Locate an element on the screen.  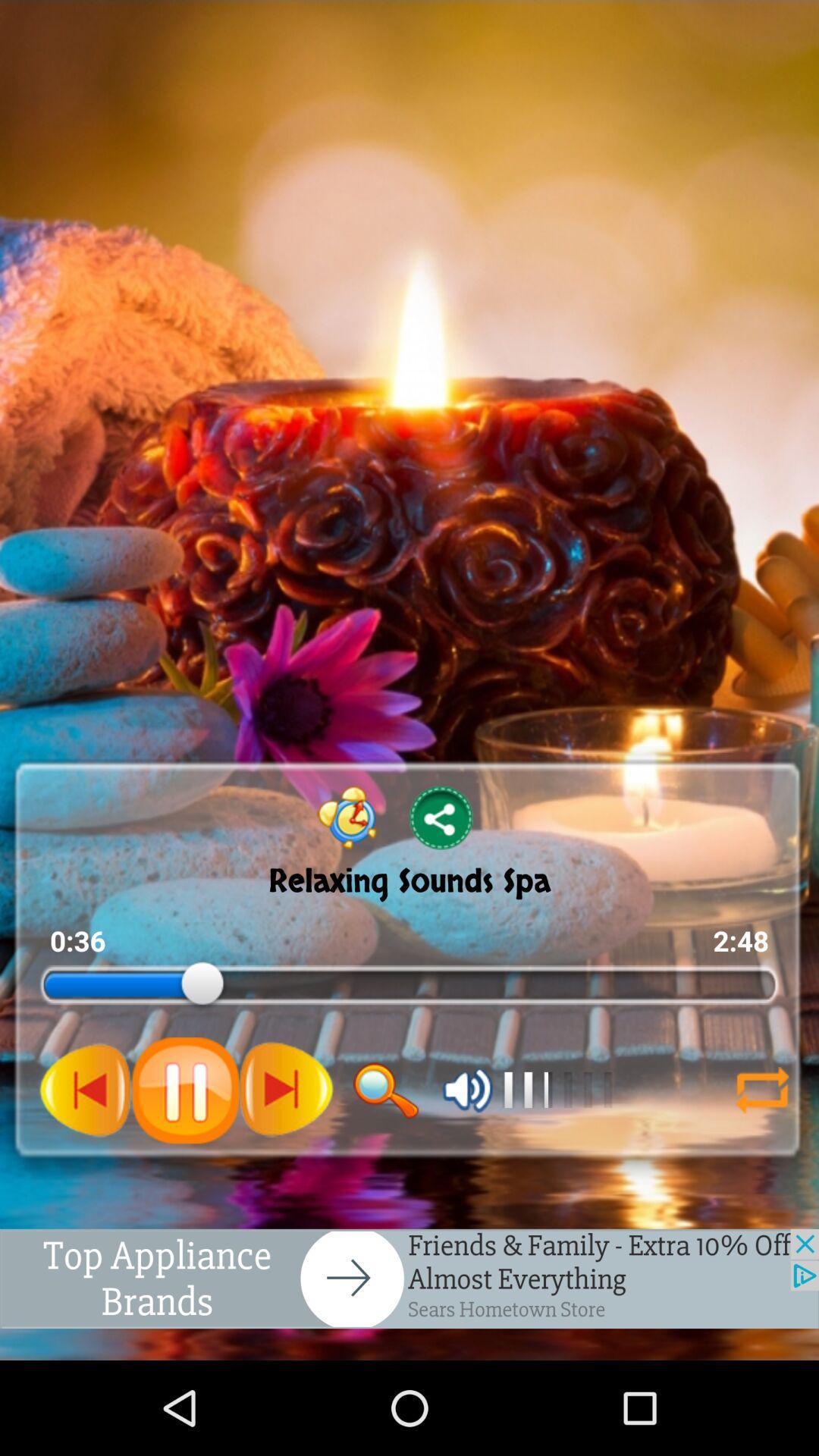
the time icon is located at coordinates (347, 875).